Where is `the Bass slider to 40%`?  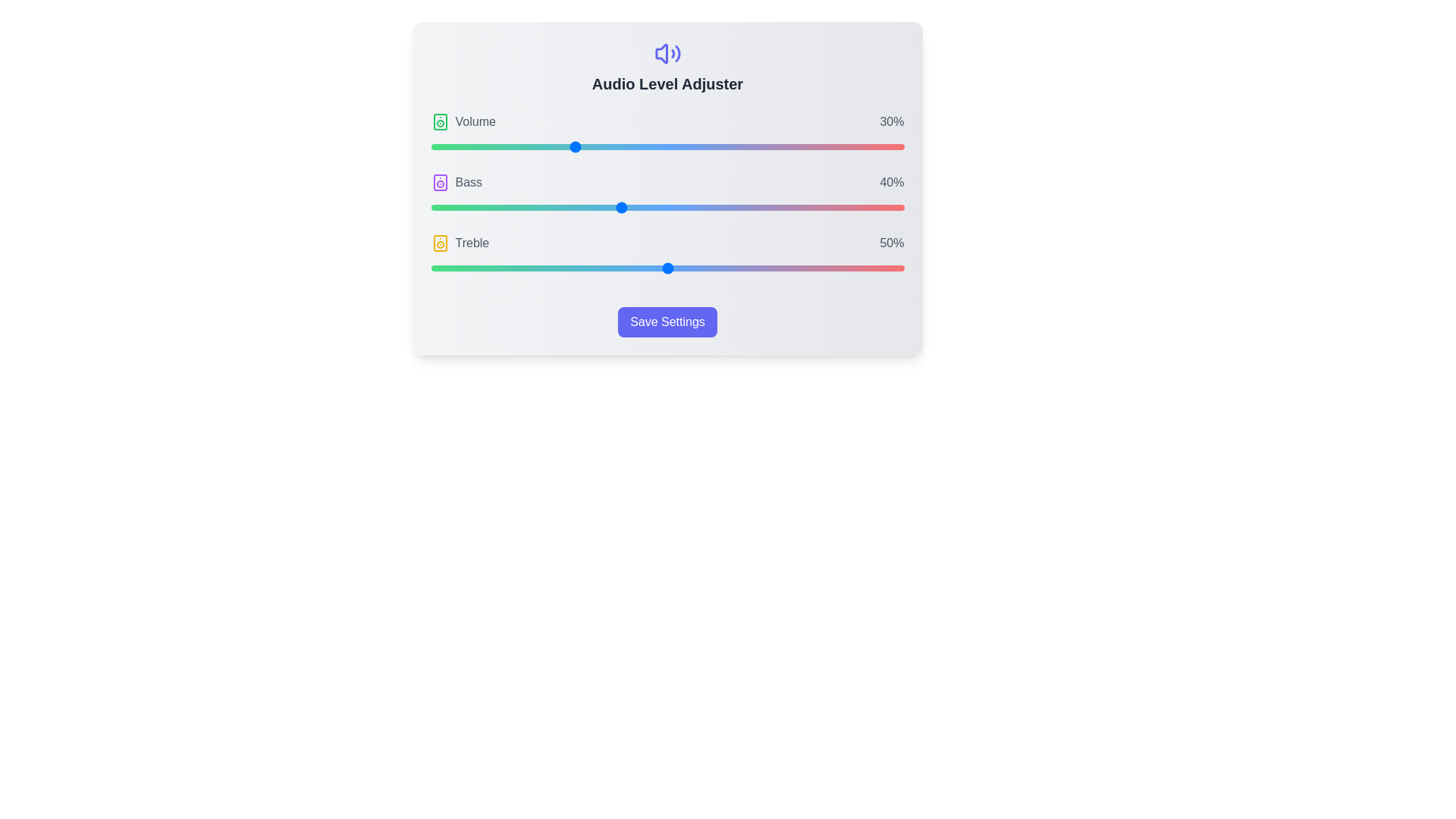 the Bass slider to 40% is located at coordinates (620, 207).